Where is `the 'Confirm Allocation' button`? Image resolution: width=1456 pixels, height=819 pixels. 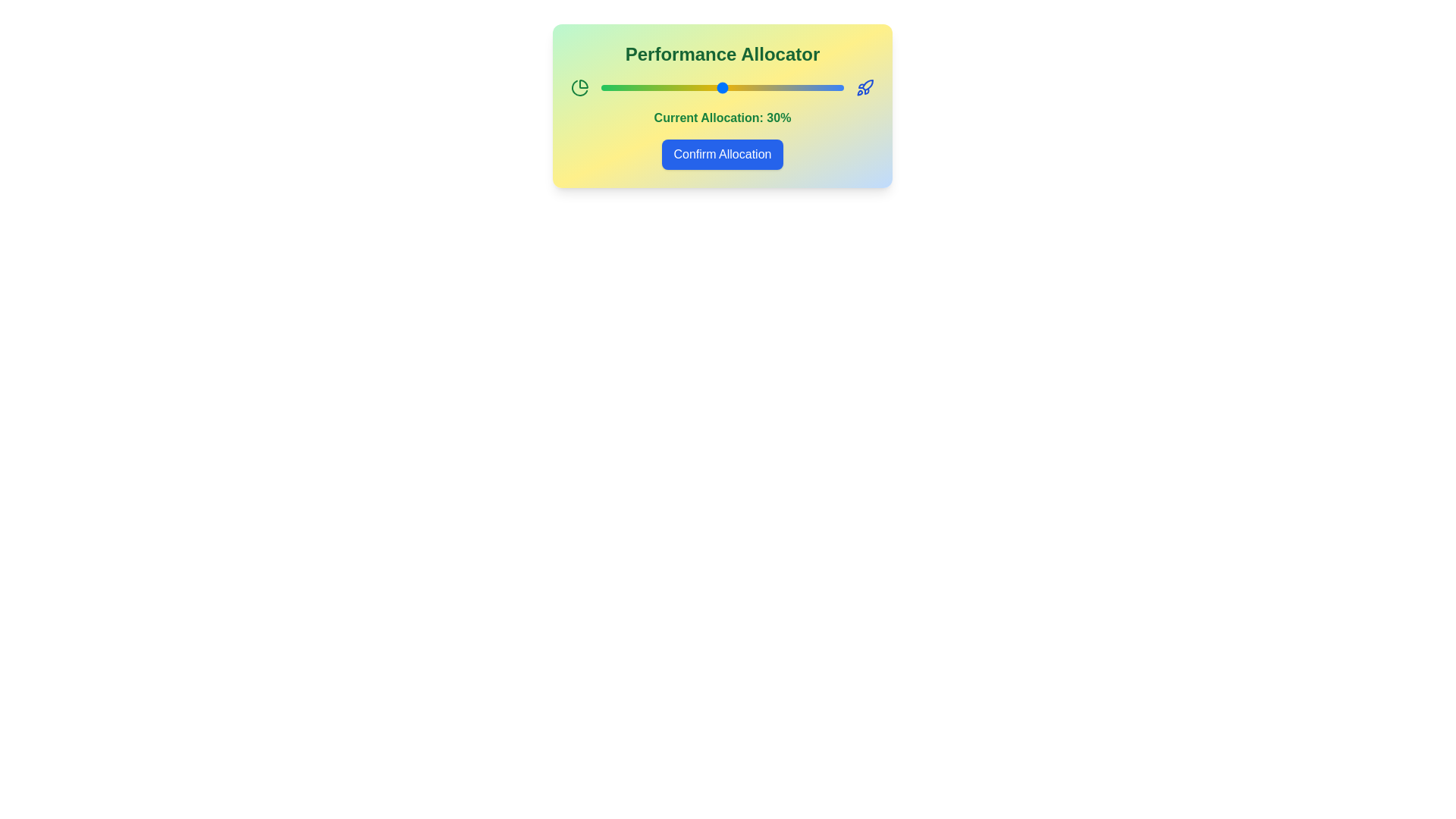 the 'Confirm Allocation' button is located at coordinates (721, 155).